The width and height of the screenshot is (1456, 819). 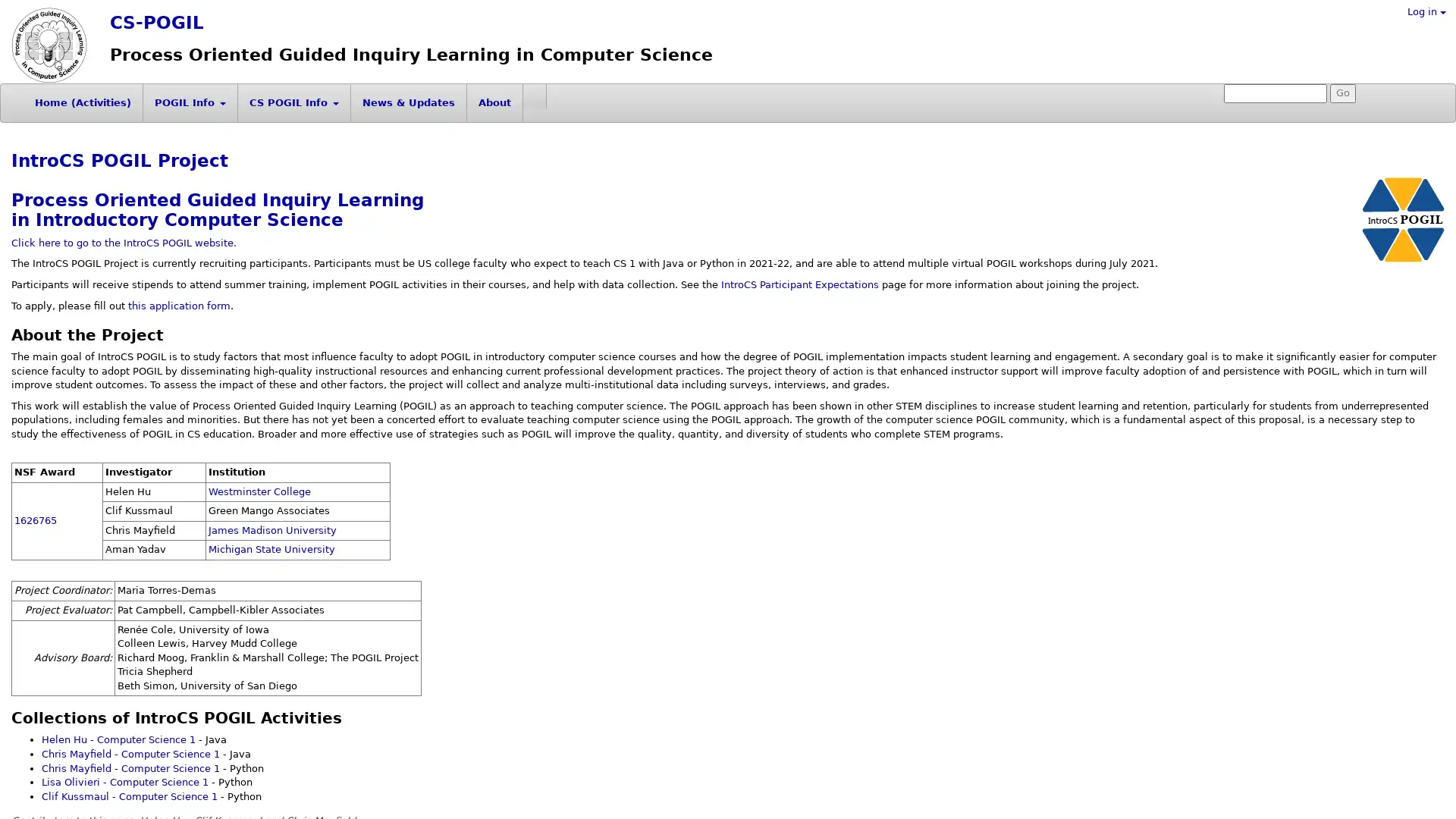 What do you see at coordinates (1343, 93) in the screenshot?
I see `Go` at bounding box center [1343, 93].